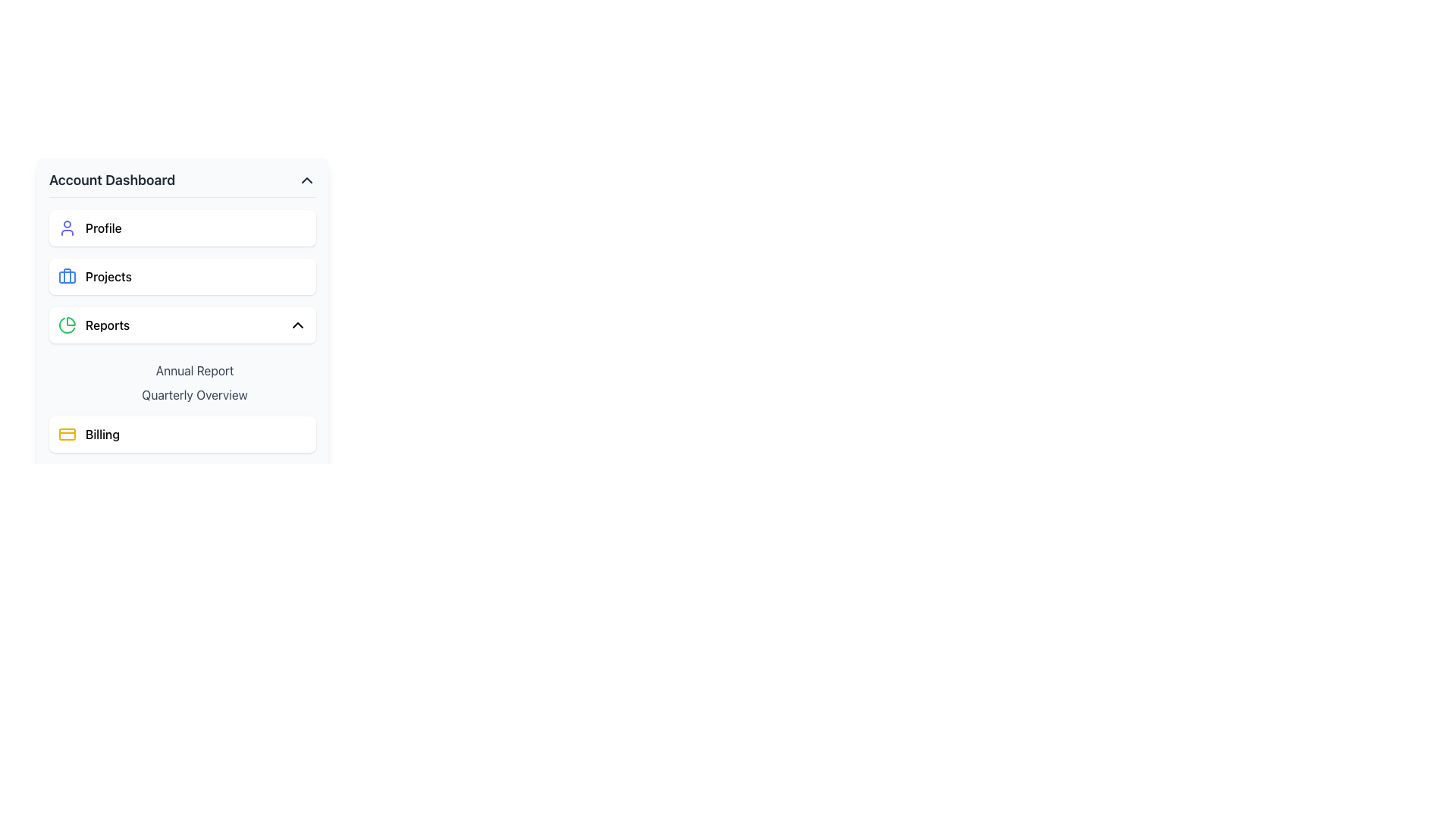 The image size is (1456, 819). I want to click on the 'Billing' button located as the sixth item in the vertical list under 'Account Dashboard', positioned between 'Quarterly Overview' and 'Settings', so click(182, 435).